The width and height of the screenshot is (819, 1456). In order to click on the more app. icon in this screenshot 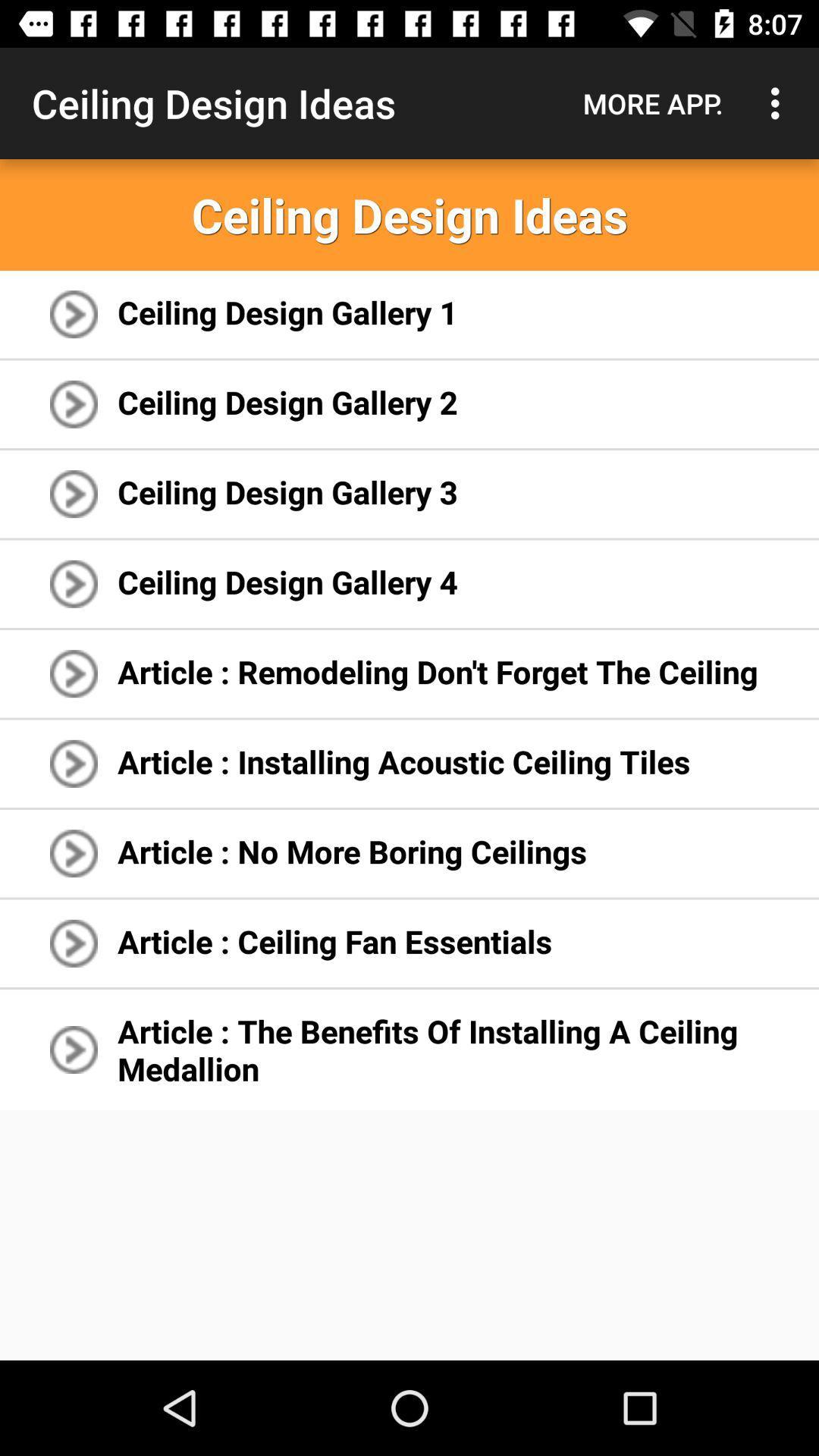, I will do `click(652, 102)`.